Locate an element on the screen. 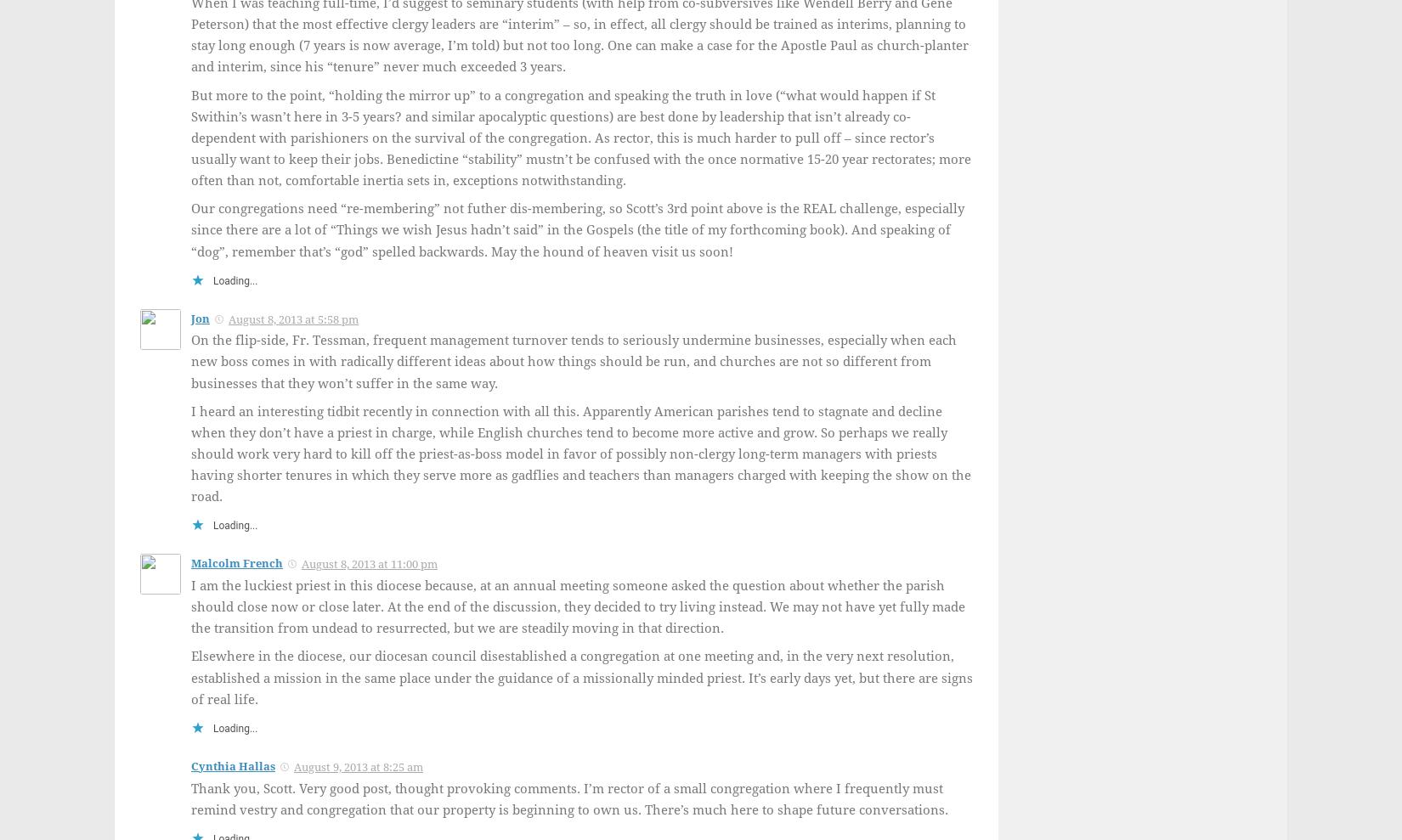  'Elsewhere in the diocese, our diocesan council disestablished a congregation at one meeting and, in the very next resolution, established a mission in the same place under the guidance of a missionally minded priest. It’s early days yet, but there are signs of real life.' is located at coordinates (581, 677).